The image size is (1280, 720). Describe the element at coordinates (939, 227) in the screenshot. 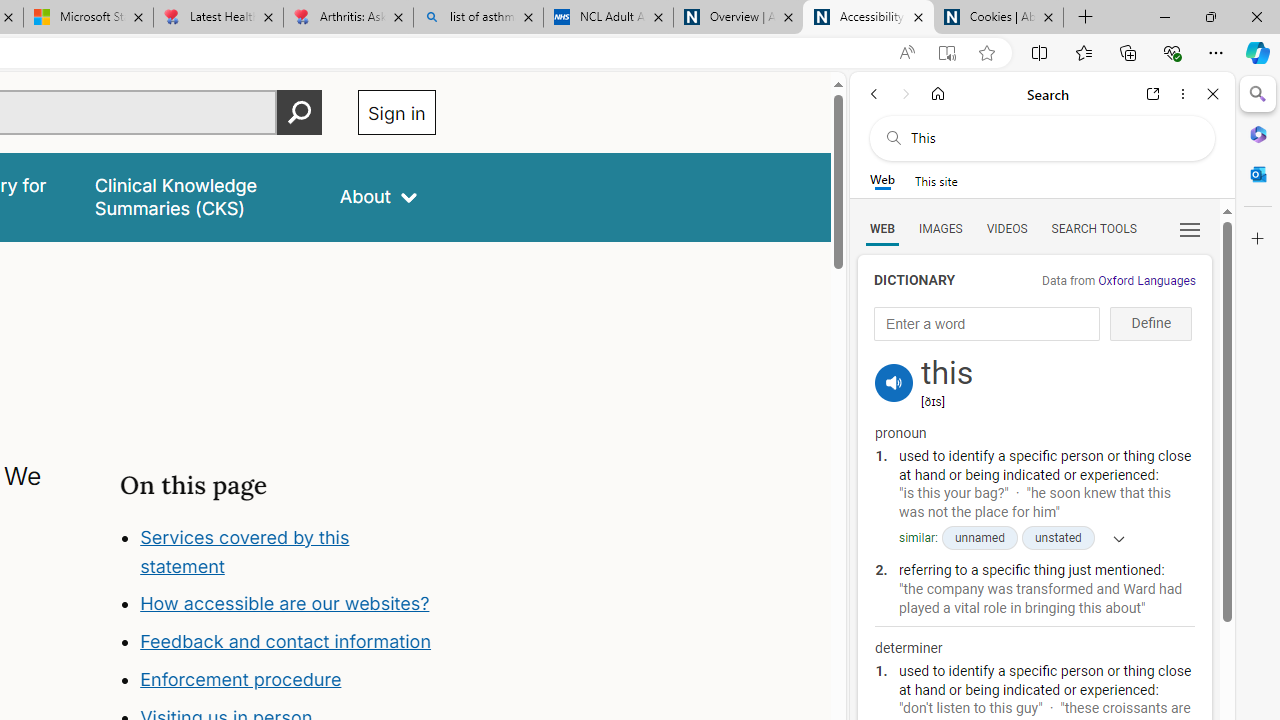

I see `'Search Filter, IMAGES'` at that location.